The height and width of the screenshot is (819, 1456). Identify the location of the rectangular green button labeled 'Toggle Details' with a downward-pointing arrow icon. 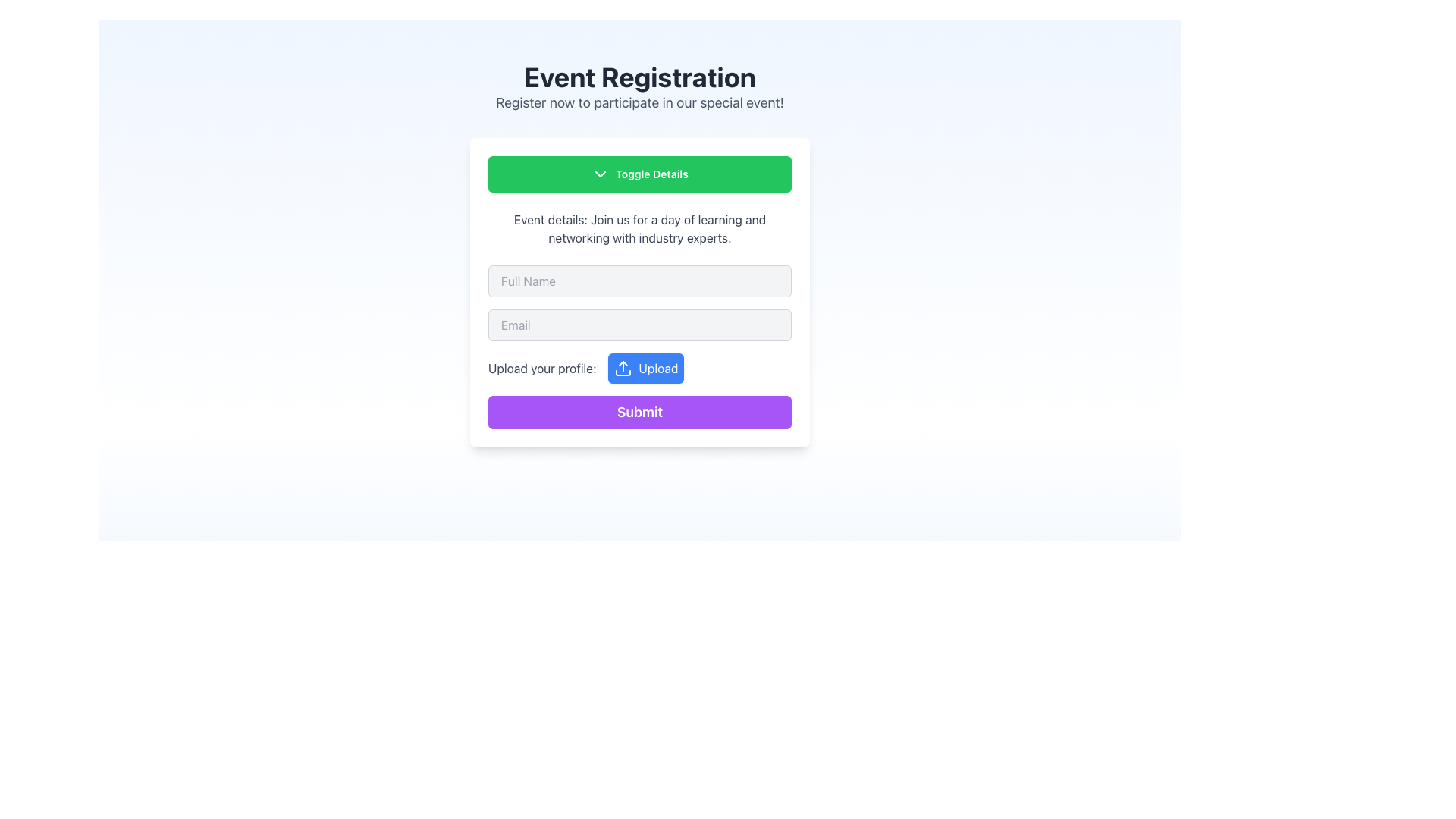
(640, 174).